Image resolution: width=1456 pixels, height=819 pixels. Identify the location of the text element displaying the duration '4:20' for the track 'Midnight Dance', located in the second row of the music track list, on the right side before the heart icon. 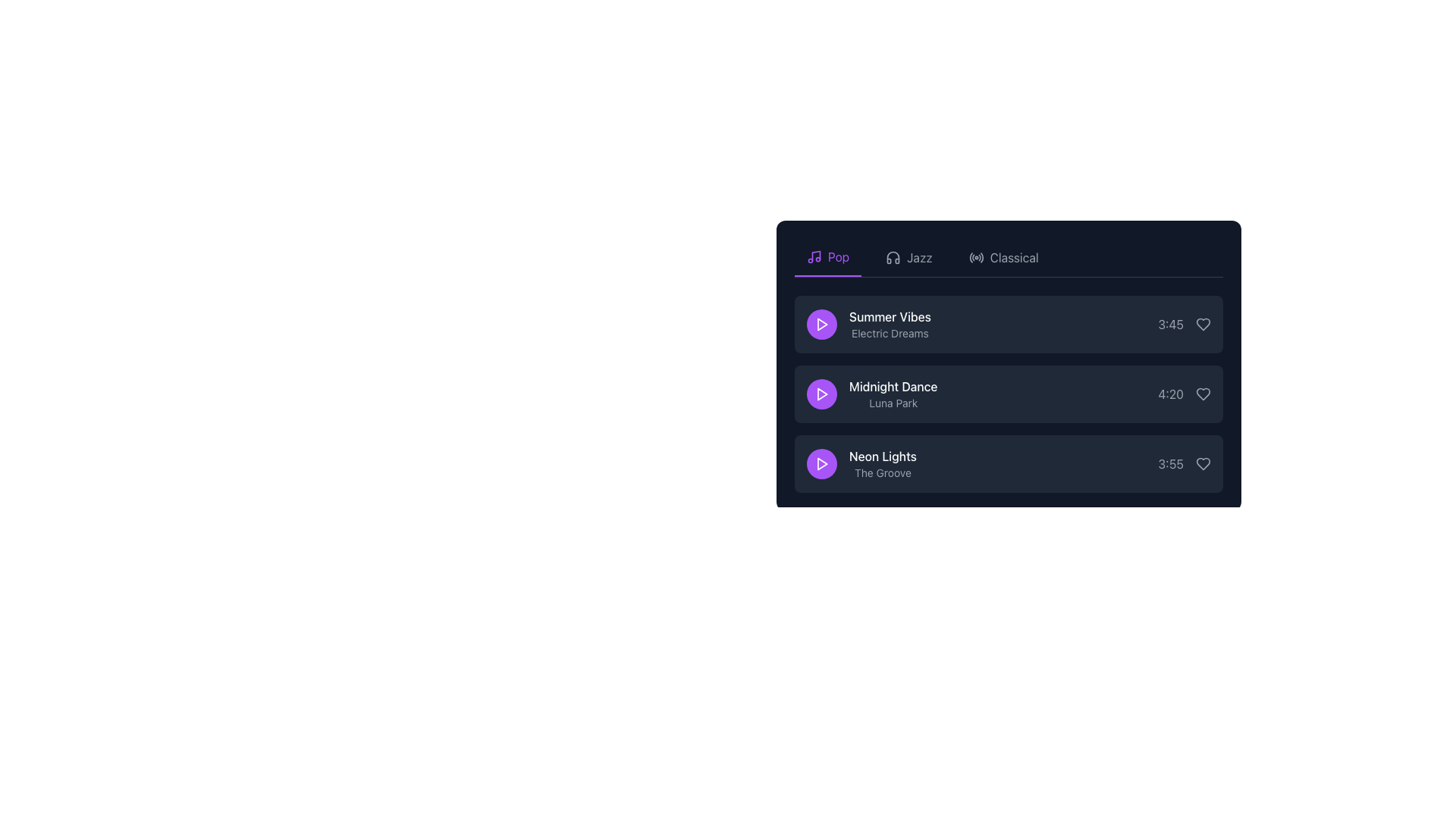
(1170, 394).